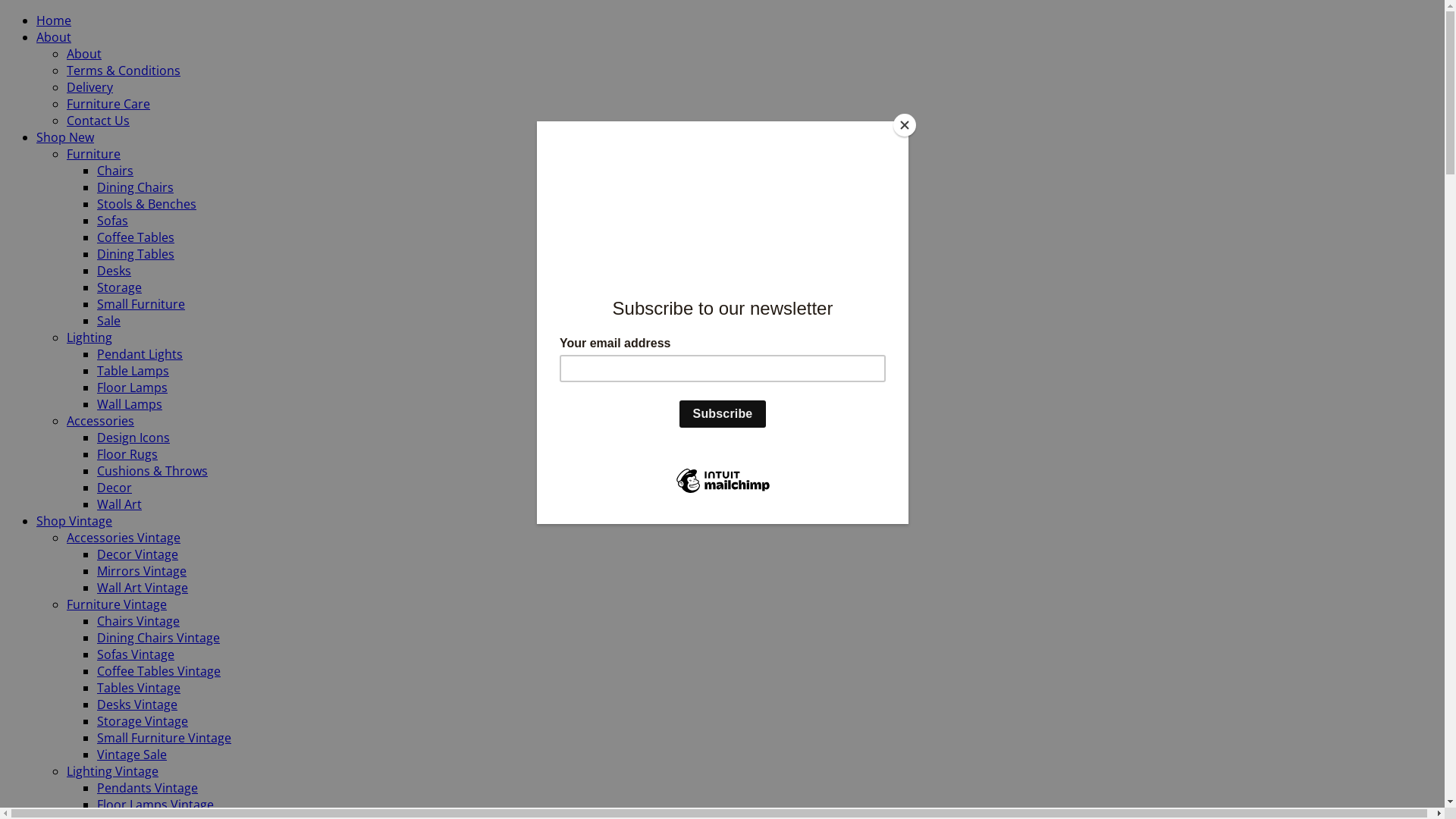  Describe the element at coordinates (146, 203) in the screenshot. I see `'Stools & Benches'` at that location.